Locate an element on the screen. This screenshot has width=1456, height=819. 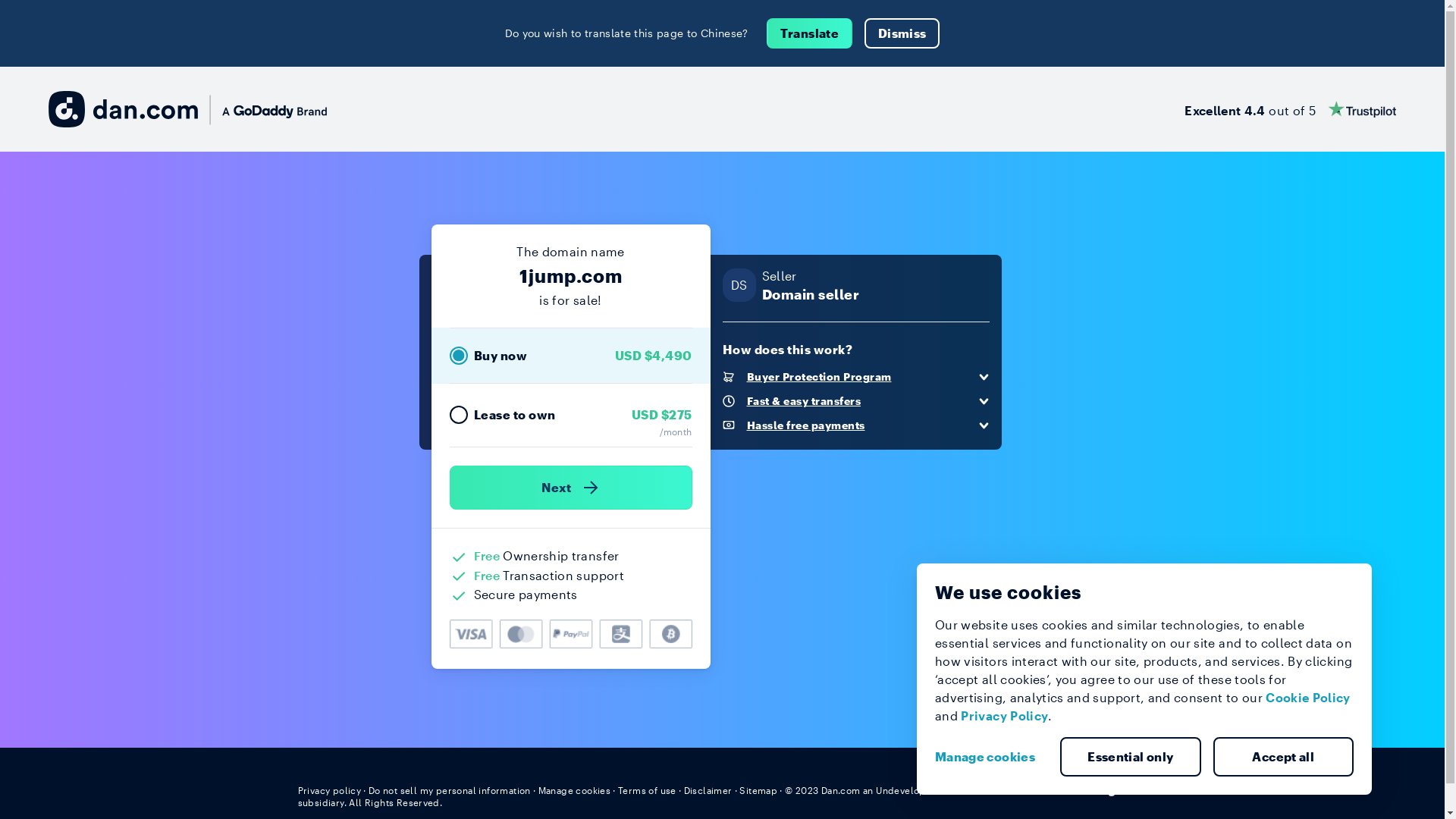
'Terms of use' is located at coordinates (647, 789).